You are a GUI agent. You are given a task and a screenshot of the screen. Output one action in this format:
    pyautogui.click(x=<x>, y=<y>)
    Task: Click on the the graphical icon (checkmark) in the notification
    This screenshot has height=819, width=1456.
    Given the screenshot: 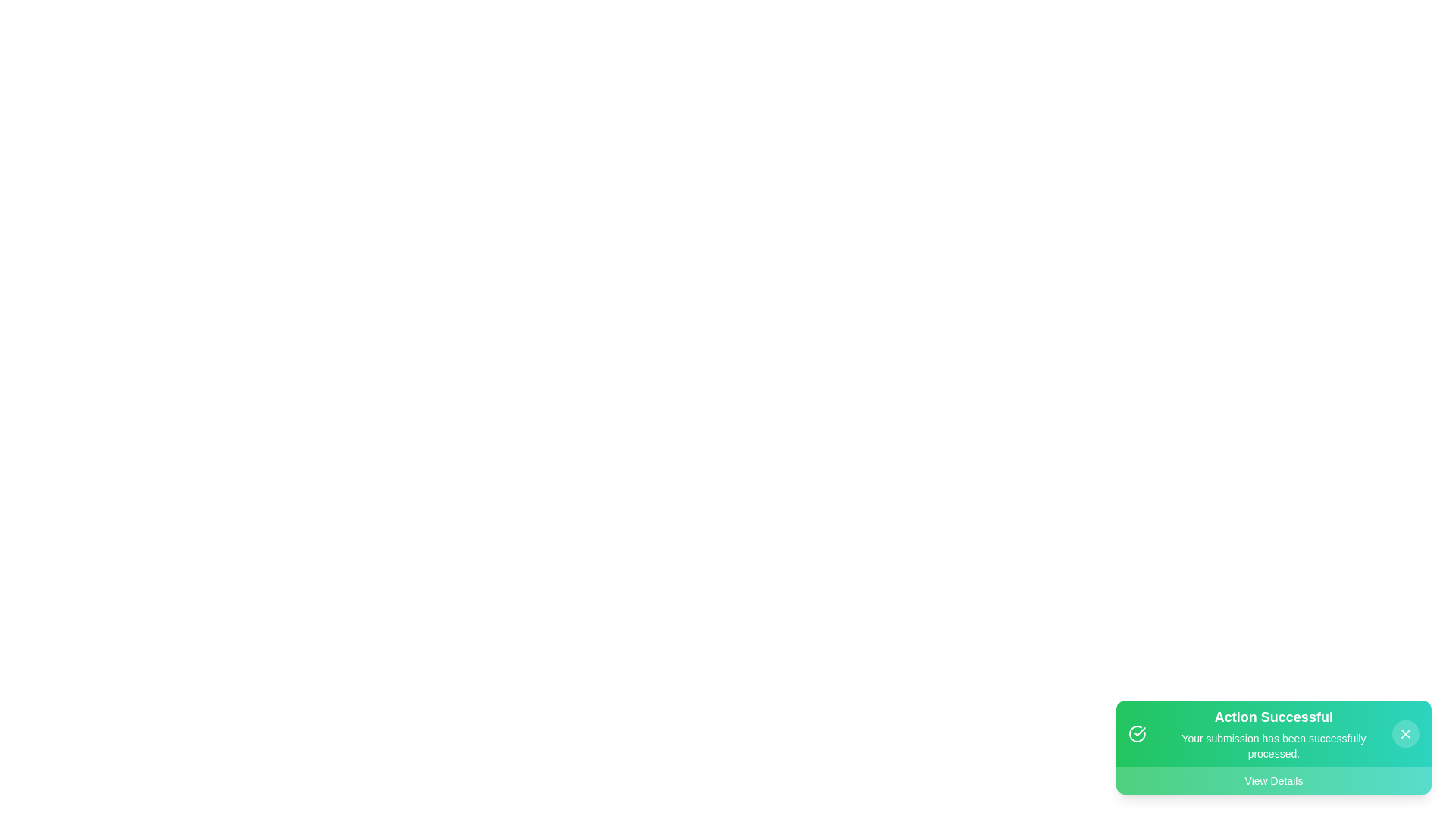 What is the action you would take?
    pyautogui.click(x=1137, y=733)
    